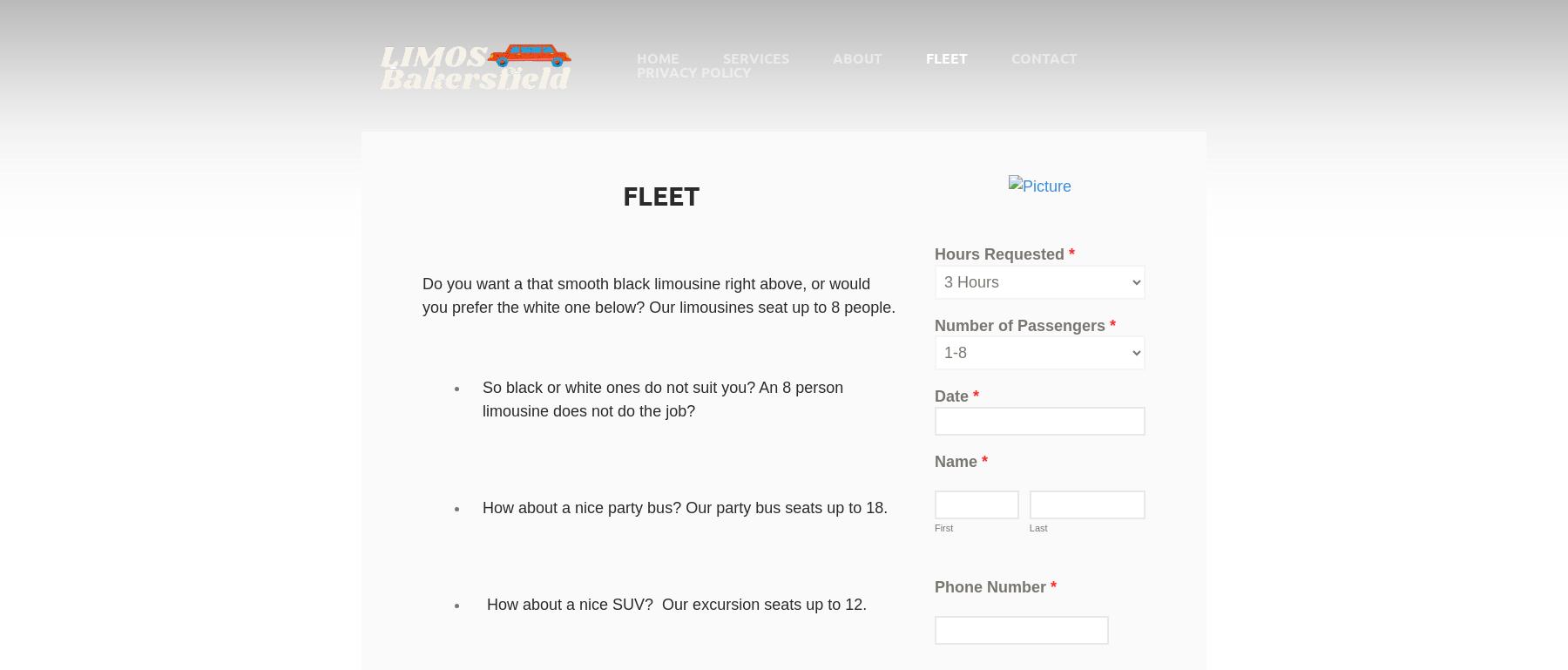 The width and height of the screenshot is (1568, 670). I want to click on 'Number of Passengers', so click(1021, 323).